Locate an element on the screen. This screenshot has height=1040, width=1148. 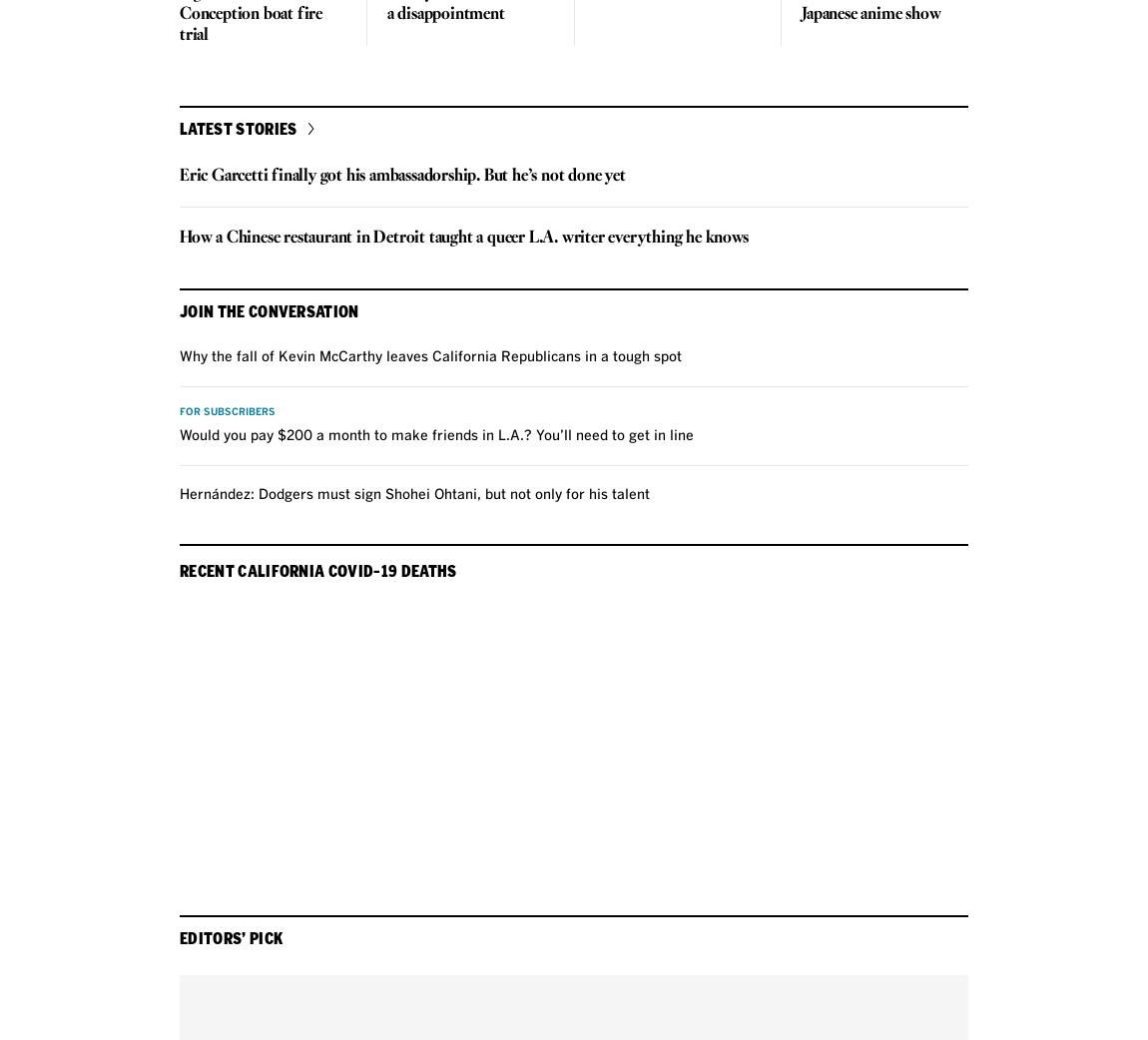
'For Subscribers' is located at coordinates (227, 411).